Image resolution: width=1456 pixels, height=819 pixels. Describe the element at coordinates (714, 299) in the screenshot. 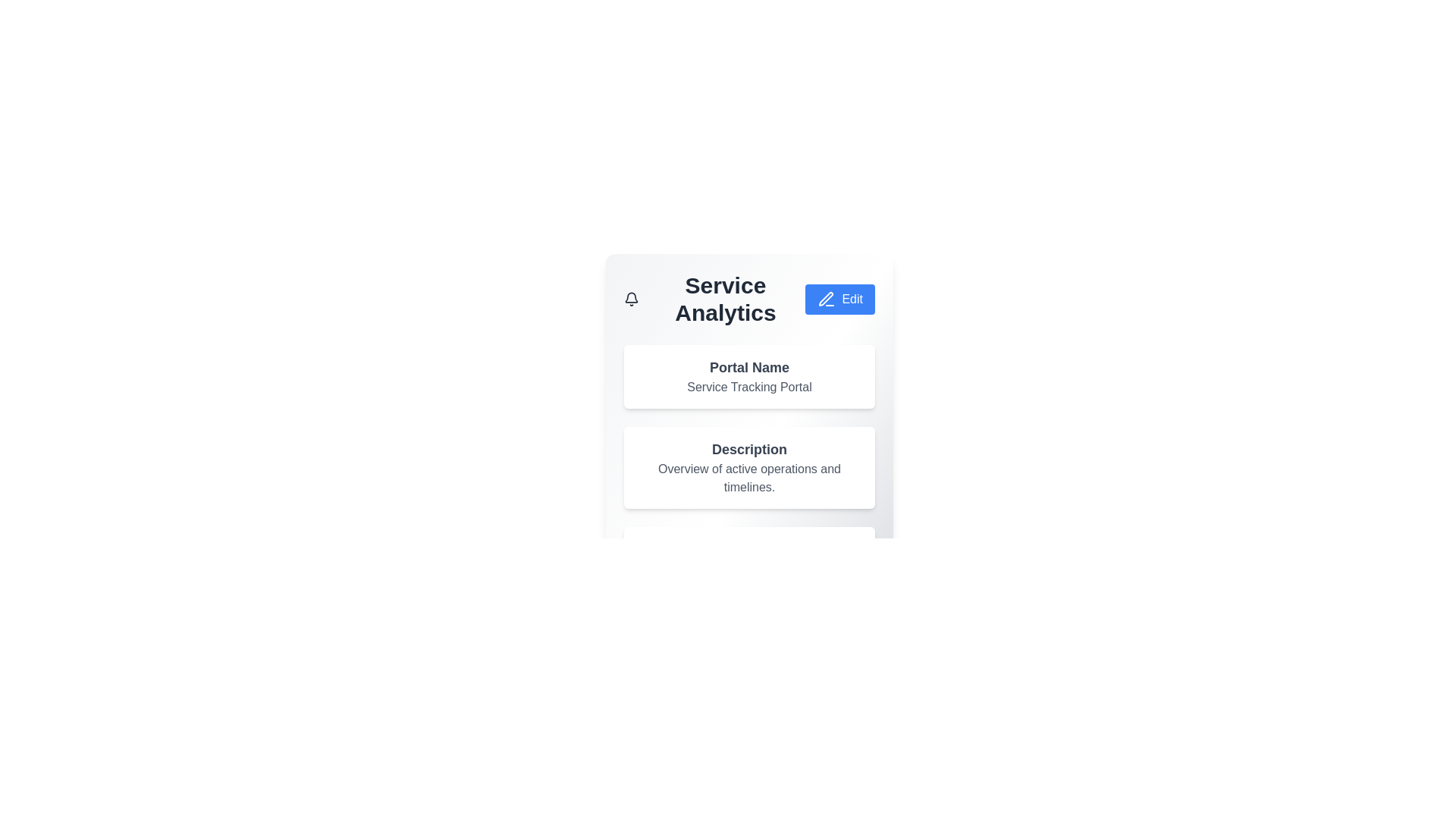

I see `the header text element that displays 'Service Analytics', located at the top-center of the interface` at that location.